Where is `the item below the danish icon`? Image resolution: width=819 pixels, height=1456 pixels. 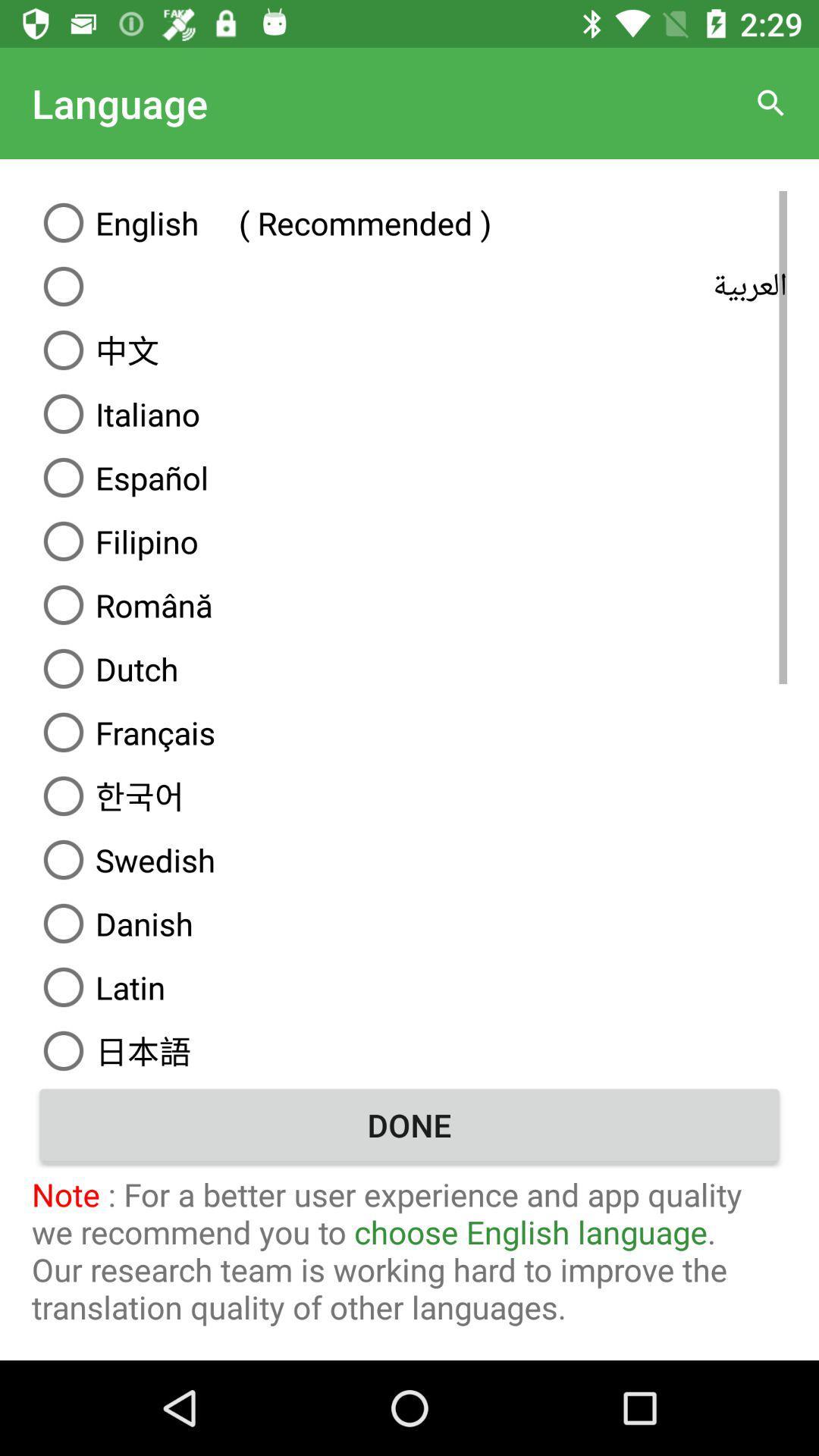
the item below the danish icon is located at coordinates (409, 987).